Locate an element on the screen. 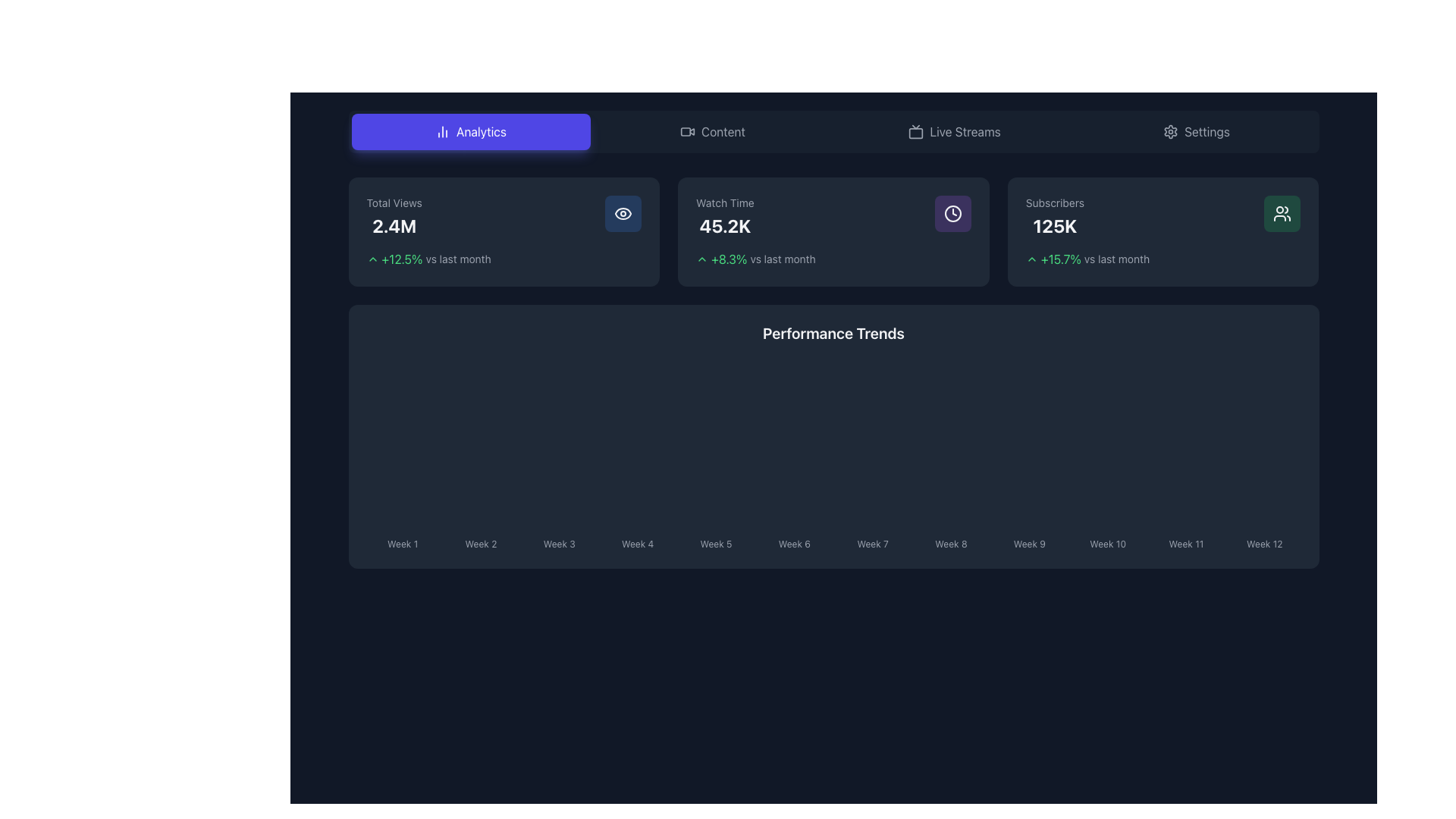 The height and width of the screenshot is (819, 1456). the static text label displaying 'Week 6', which is the sixth item in a horizontal list beneath the 'Performance Trends' heading is located at coordinates (793, 543).